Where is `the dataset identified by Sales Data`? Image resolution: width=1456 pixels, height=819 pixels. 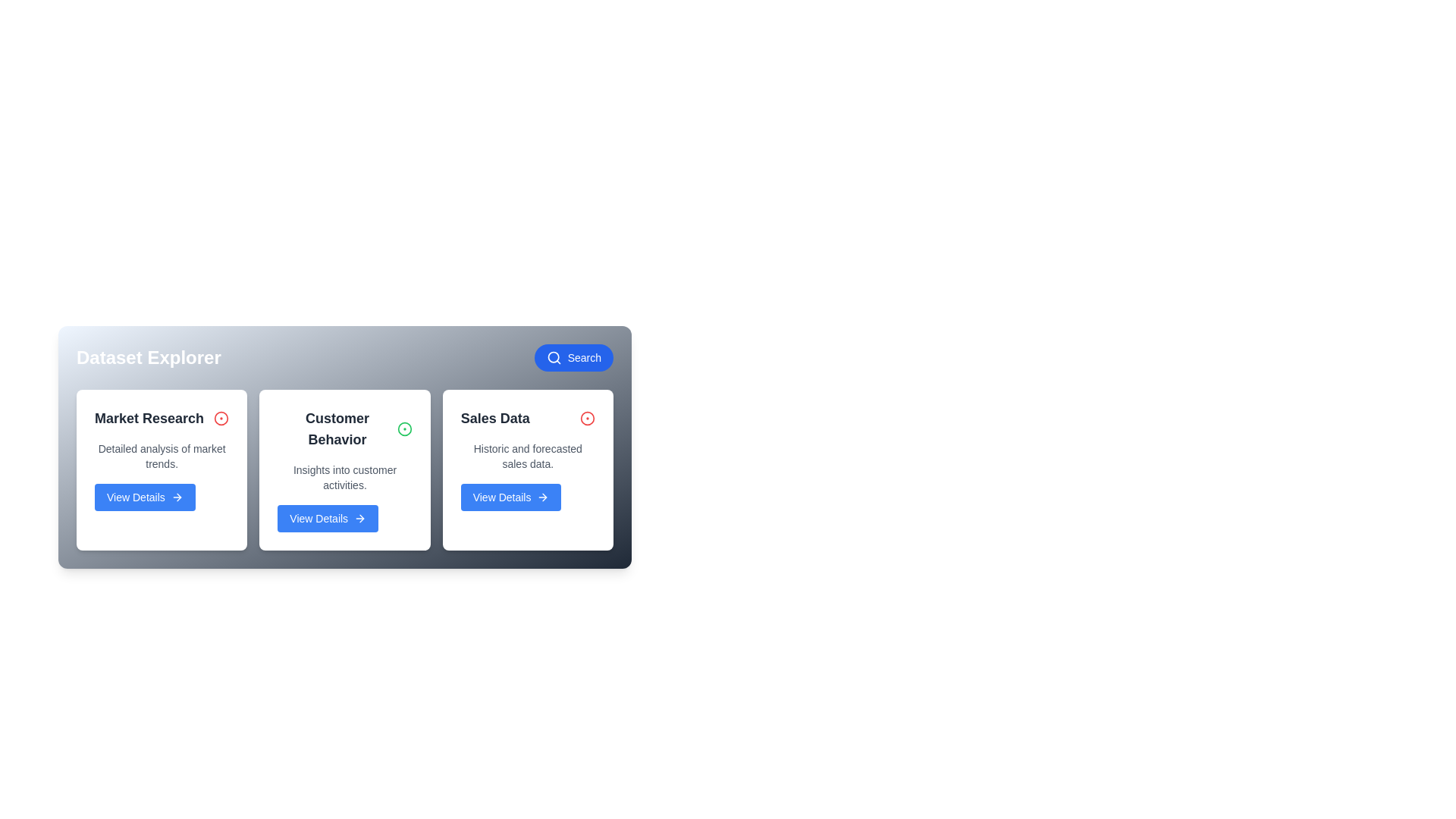
the dataset identified by Sales Data is located at coordinates (586, 418).